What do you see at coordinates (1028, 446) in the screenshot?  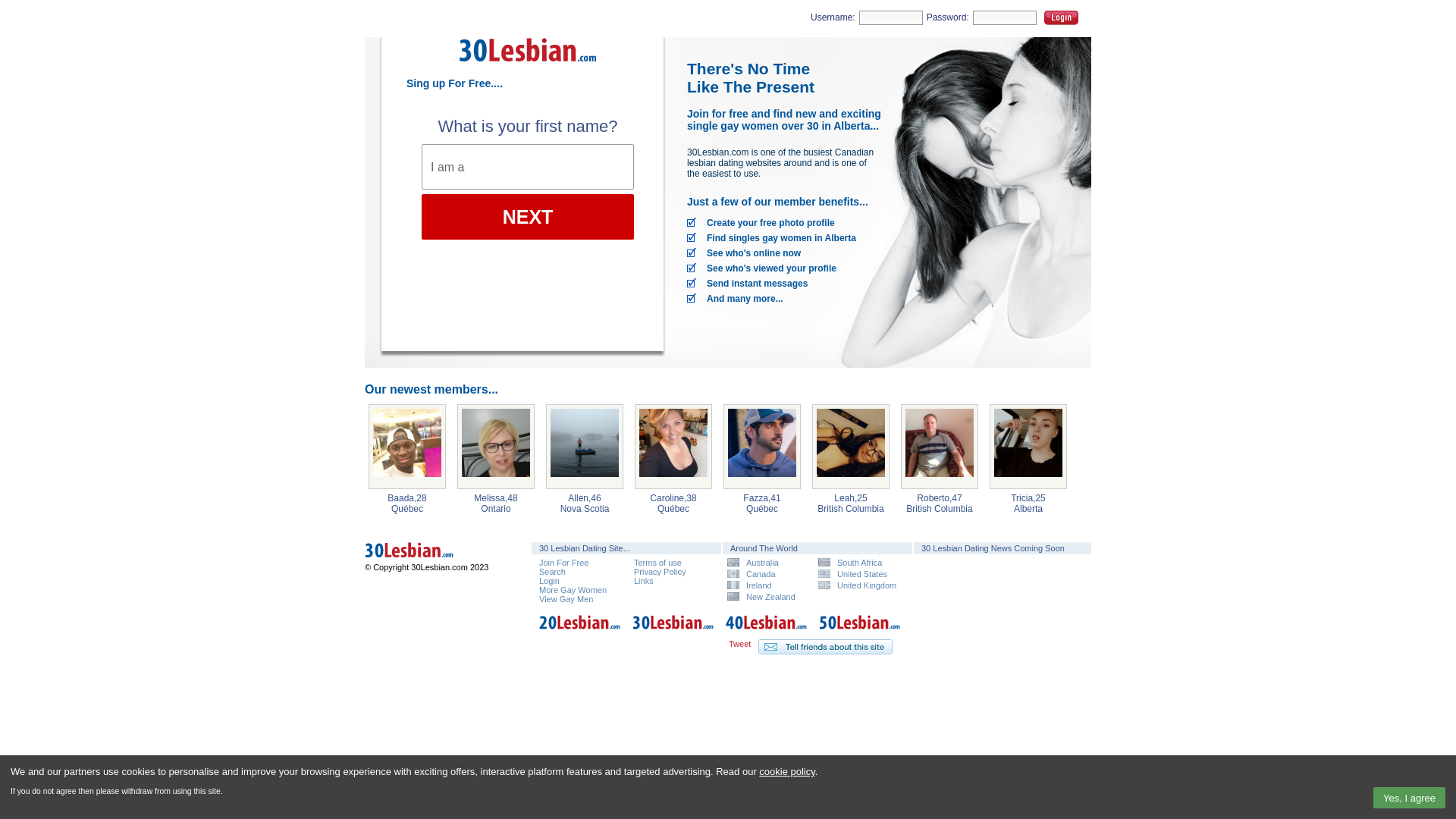 I see `'Tricia, 25 from Calgary, Alberta'` at bounding box center [1028, 446].